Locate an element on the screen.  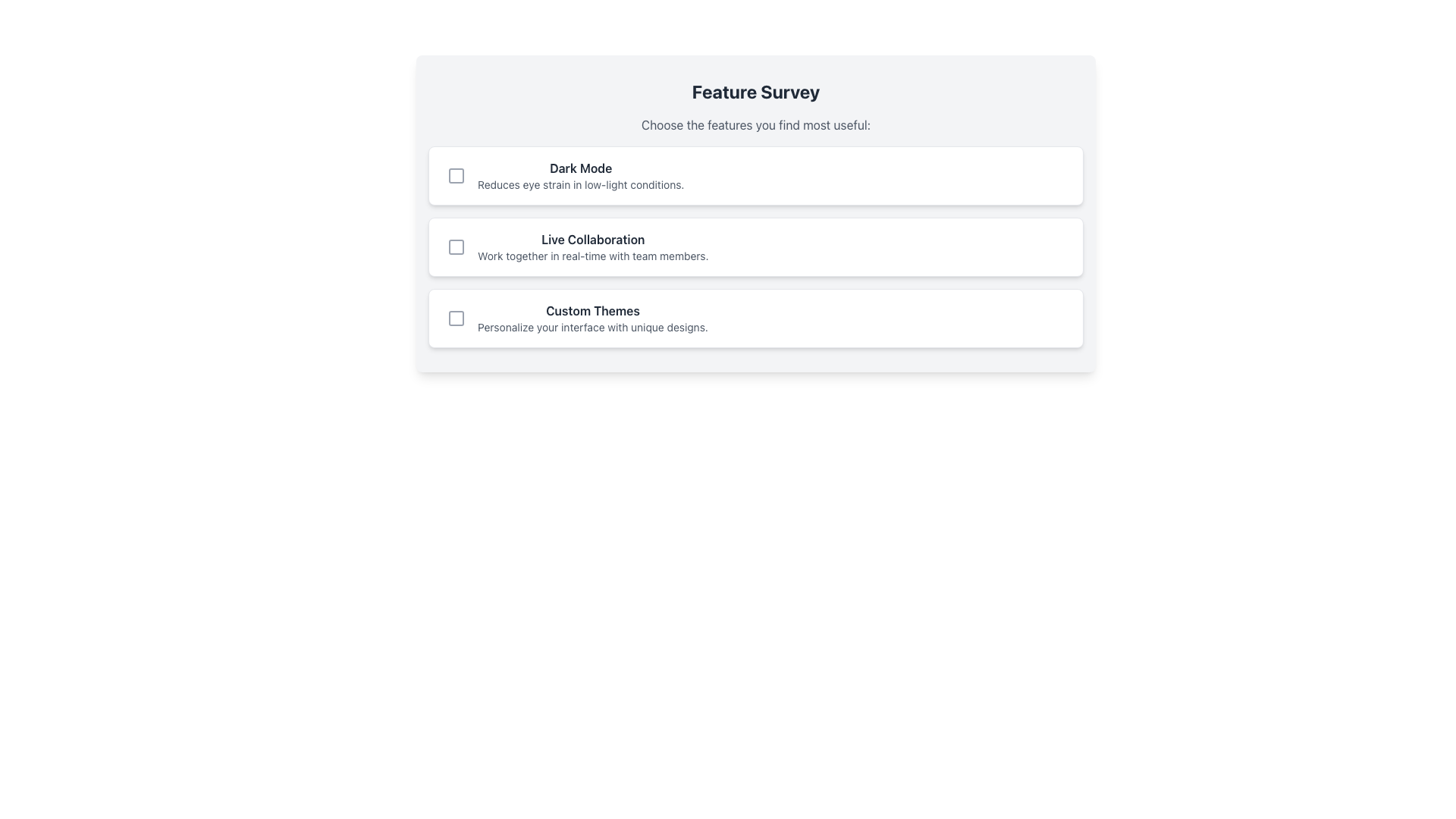
the checkbox in the selectable card for 'Live Collaboration' is located at coordinates (756, 246).